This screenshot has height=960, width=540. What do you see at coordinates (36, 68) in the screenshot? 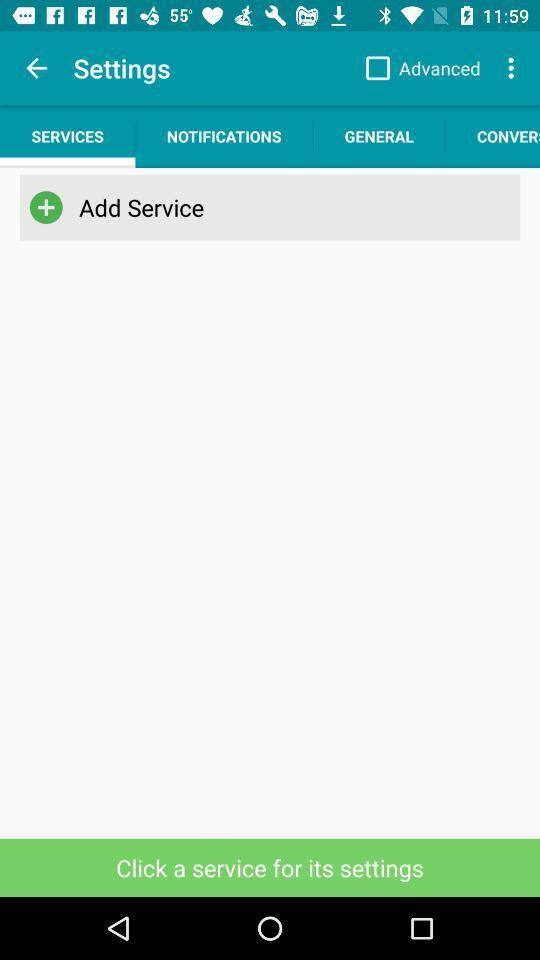
I see `the app next to settings item` at bounding box center [36, 68].